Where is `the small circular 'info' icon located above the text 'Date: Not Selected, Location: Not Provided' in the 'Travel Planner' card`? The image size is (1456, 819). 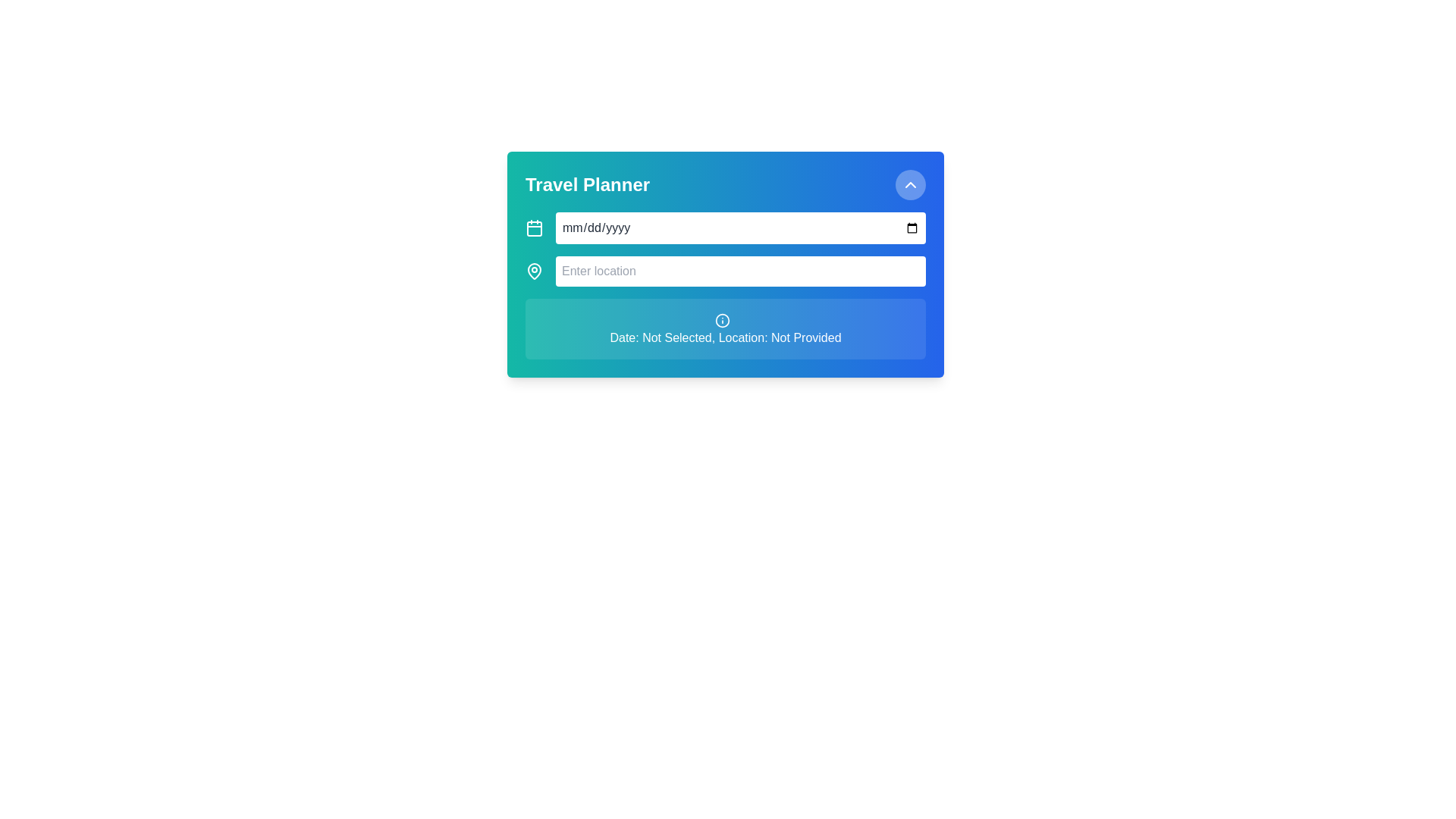
the small circular 'info' icon located above the text 'Date: Not Selected, Location: Not Provided' in the 'Travel Planner' card is located at coordinates (722, 318).